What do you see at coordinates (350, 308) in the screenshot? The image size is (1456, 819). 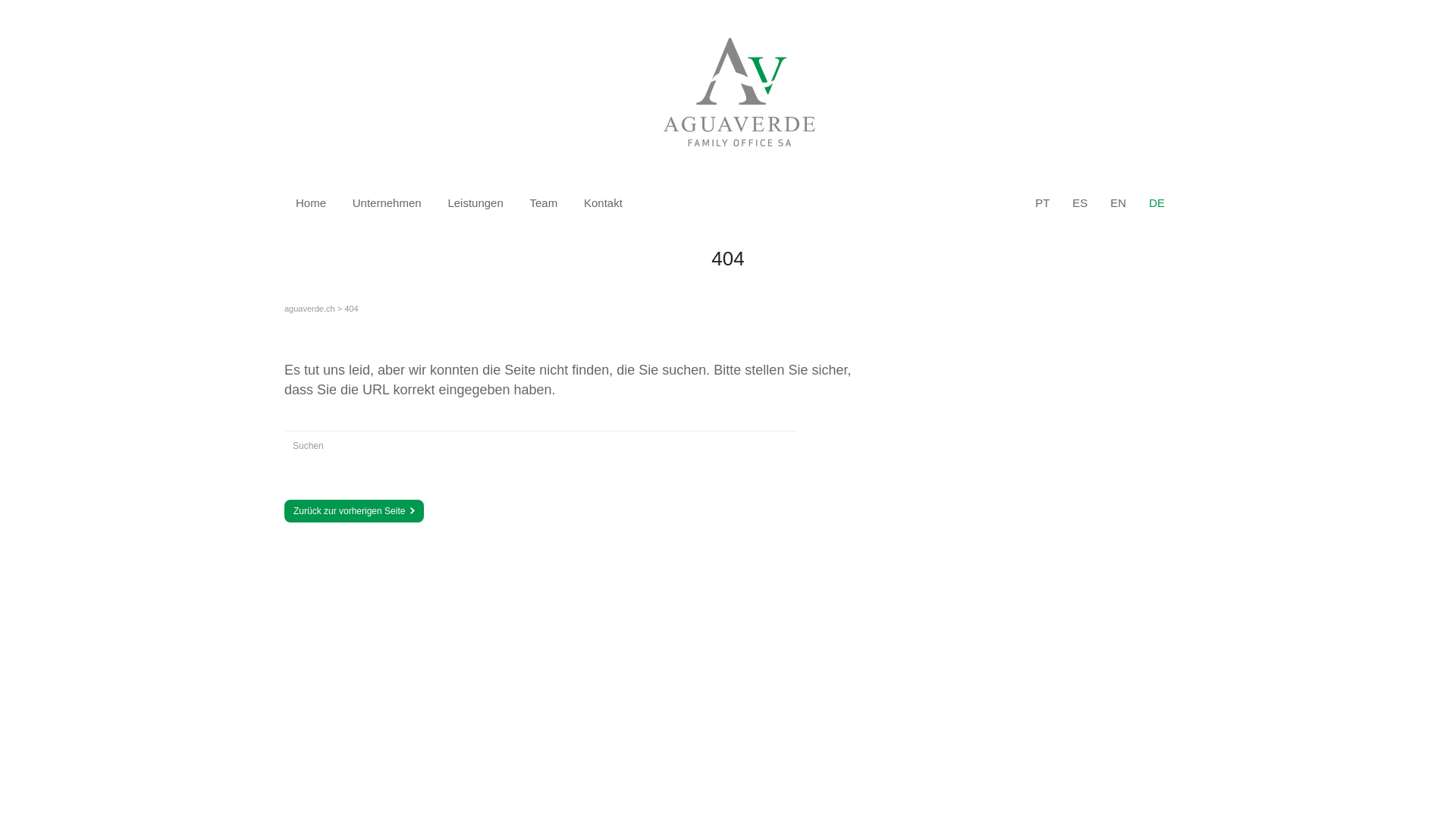 I see `'404'` at bounding box center [350, 308].